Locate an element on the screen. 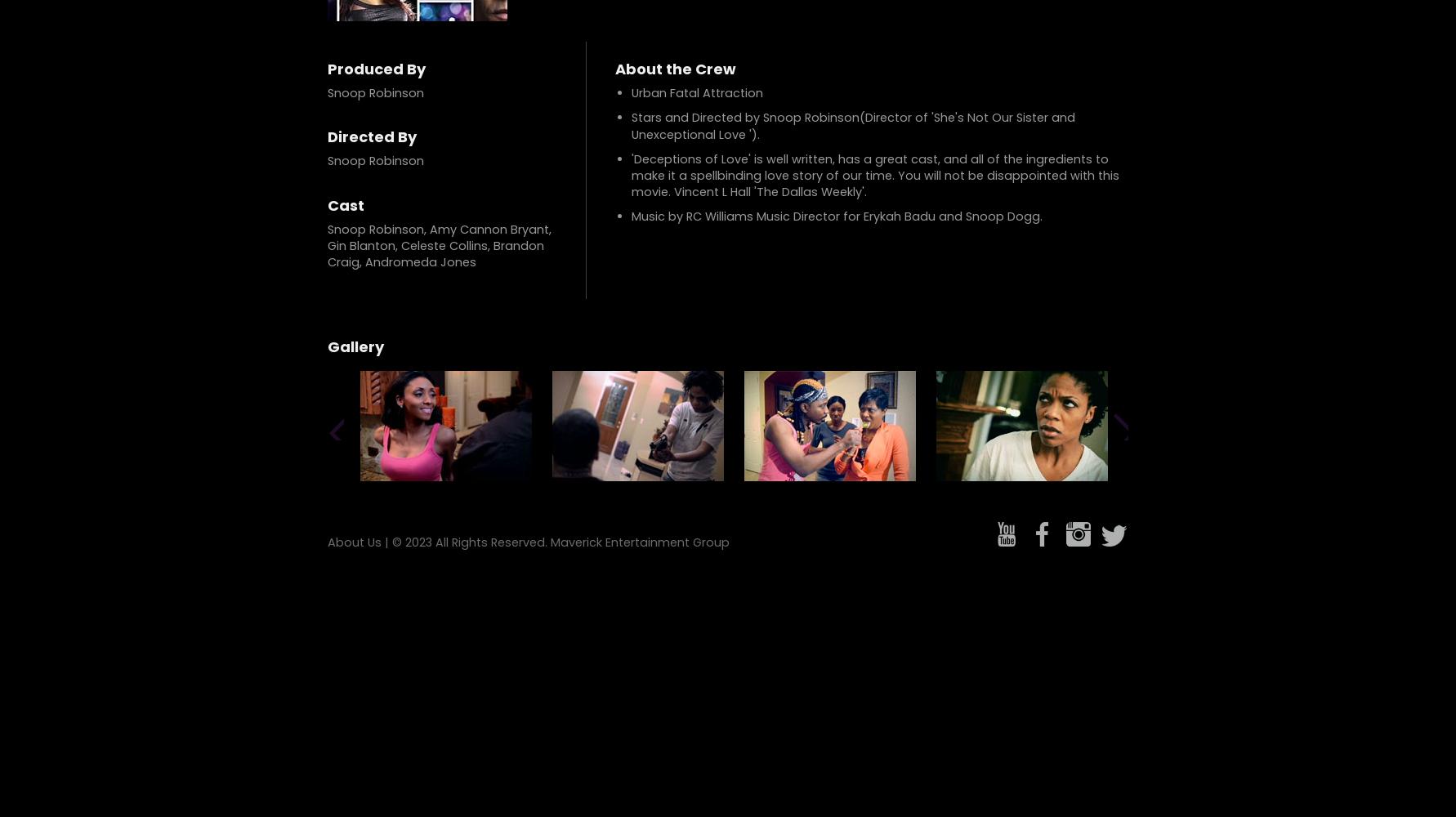 The image size is (1456, 817). 'Produced By' is located at coordinates (376, 68).